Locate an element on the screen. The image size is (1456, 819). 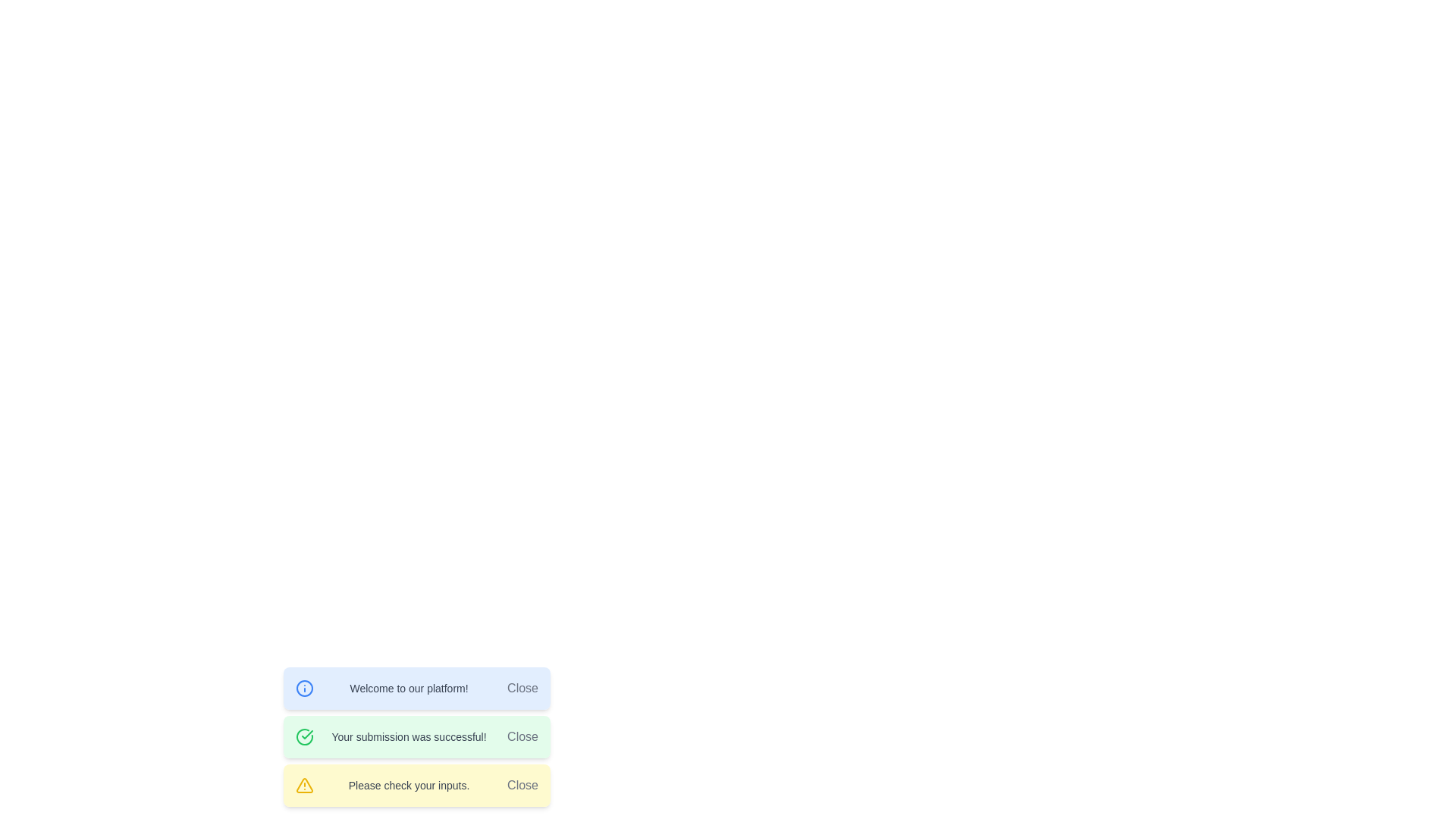
the yellow triangular icon with a warning symbol inside it, located at the leftmost side of the alert box displaying 'Please check your inputs.' is located at coordinates (304, 785).